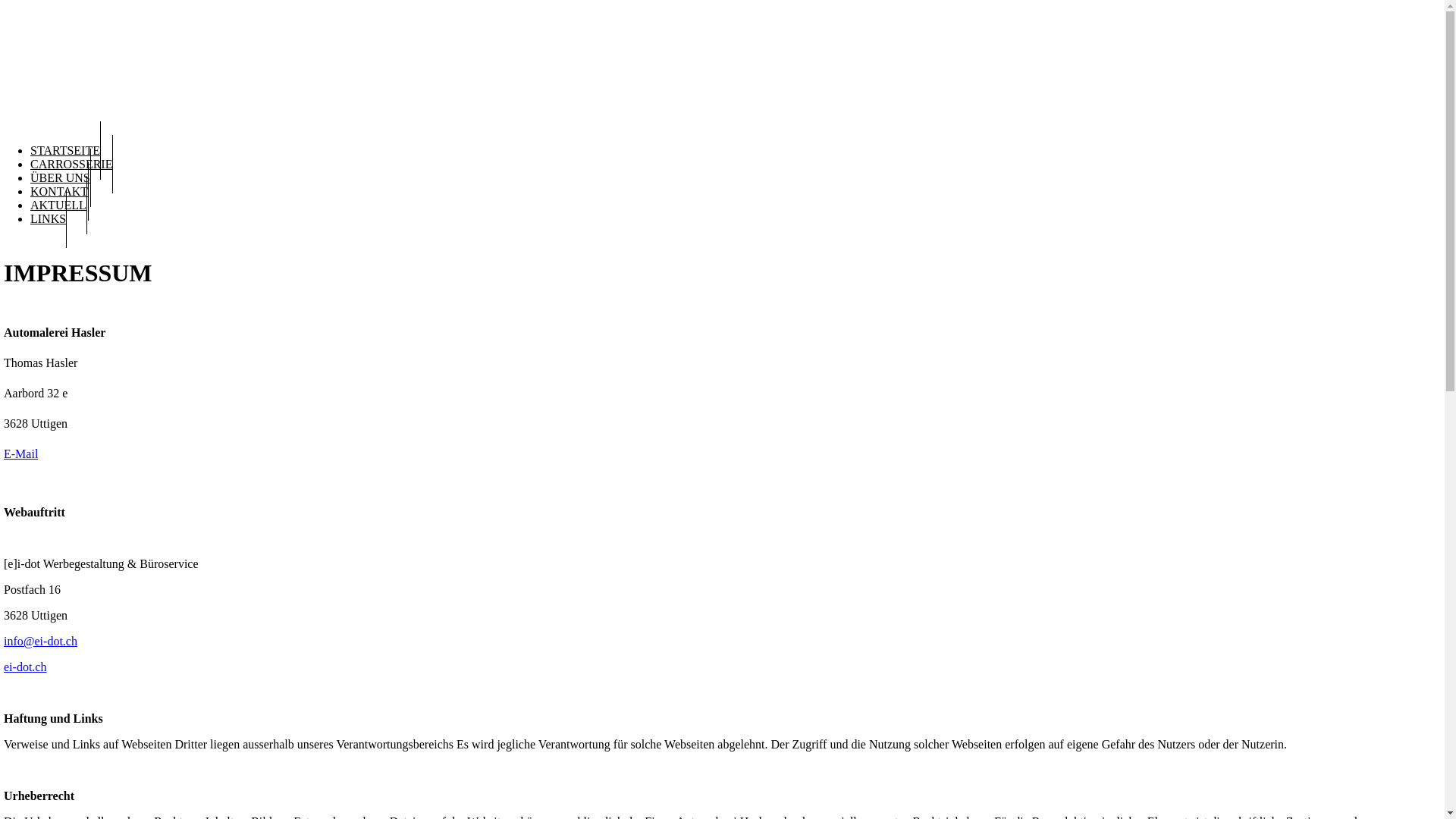  Describe the element at coordinates (48, 218) in the screenshot. I see `'LINKS'` at that location.